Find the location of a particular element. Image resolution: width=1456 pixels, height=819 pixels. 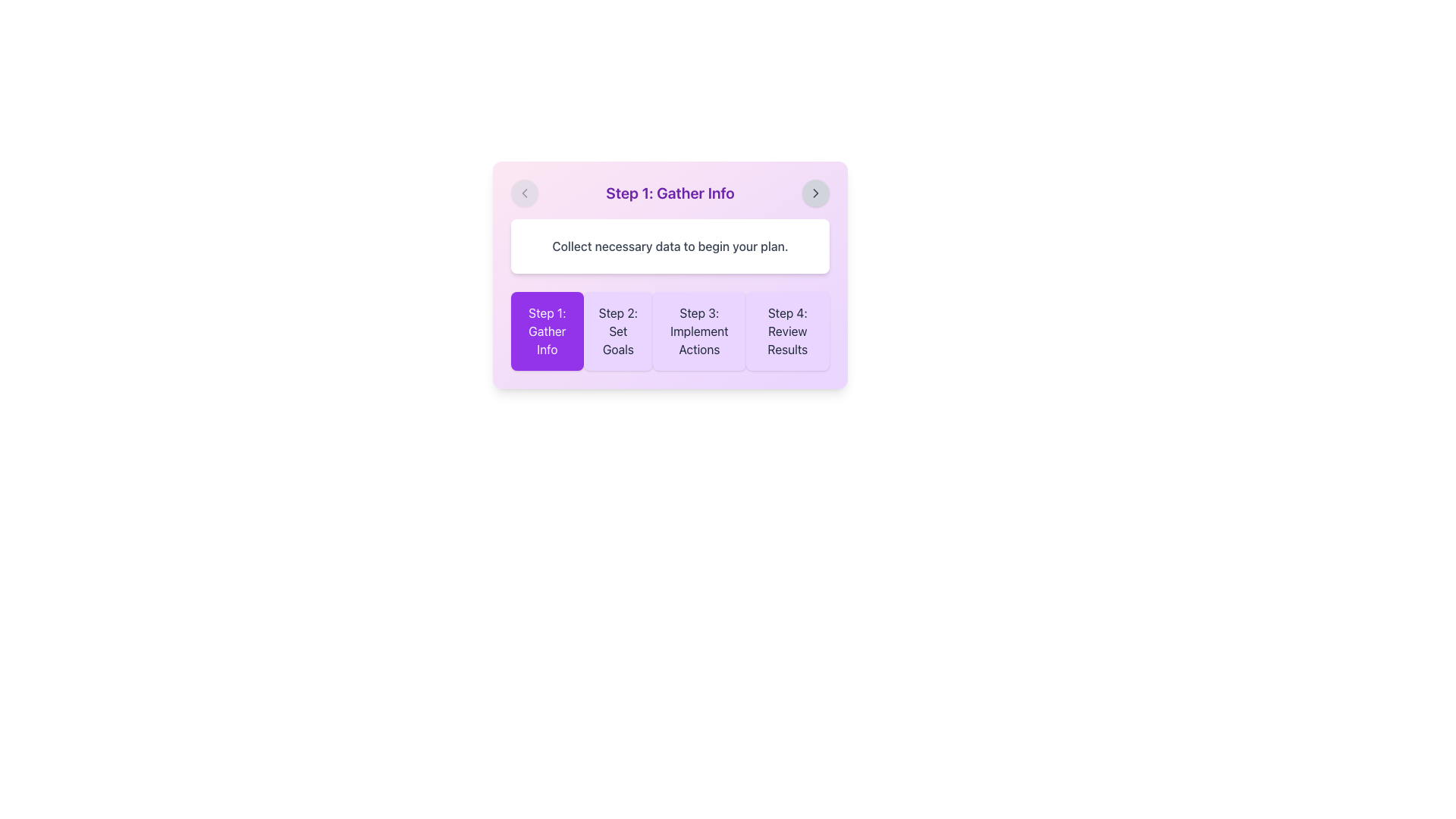

the 'Step 3: Implement Actions' button, which is the third button in a horizontal row of four buttons located in the bottom section of a rectangular card layout is located at coordinates (698, 330).